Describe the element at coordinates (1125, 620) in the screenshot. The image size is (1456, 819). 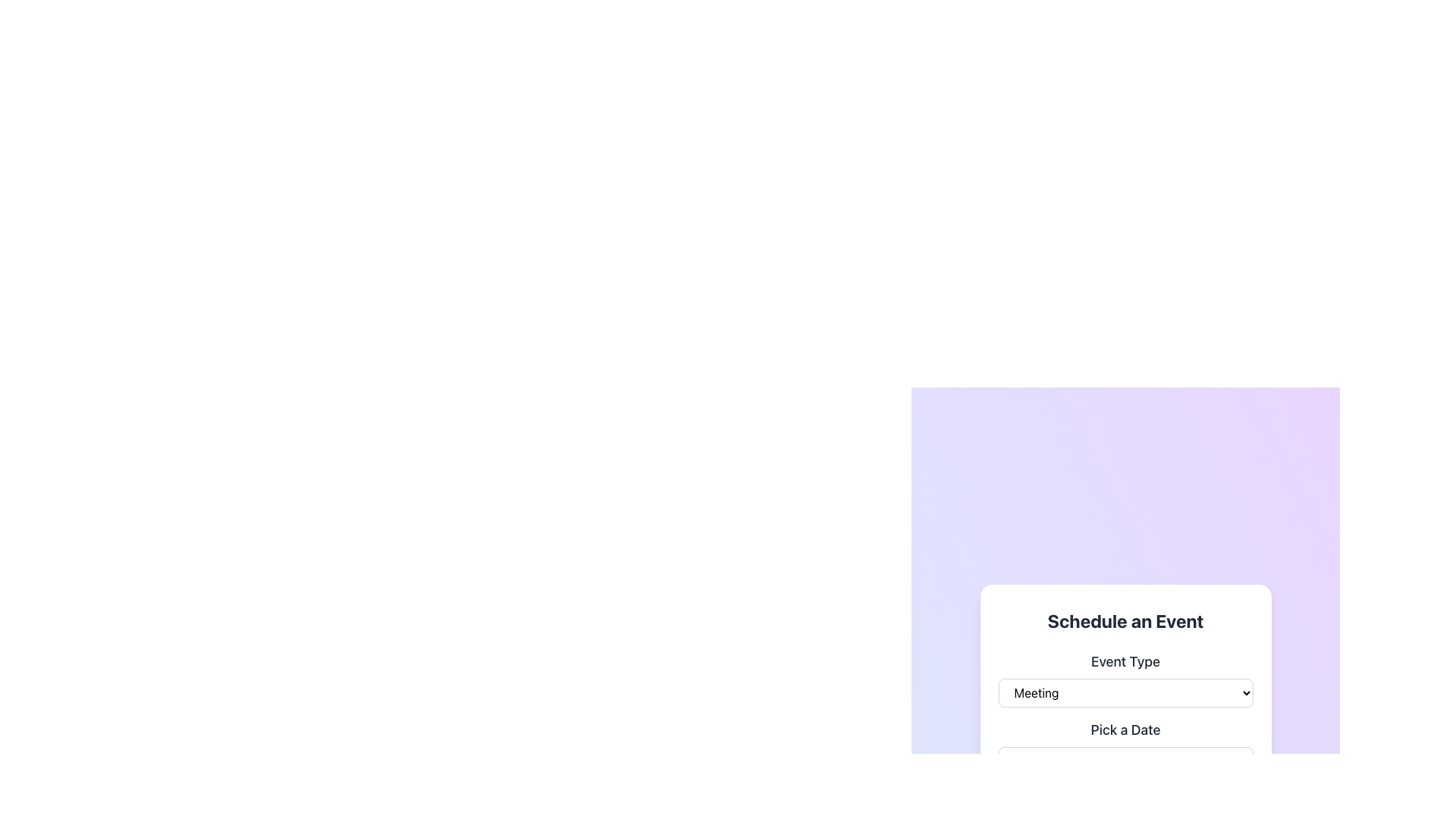
I see `the text label header that introduces the event scheduler panel, positioned above the 'Event Type' dropdown section` at that location.